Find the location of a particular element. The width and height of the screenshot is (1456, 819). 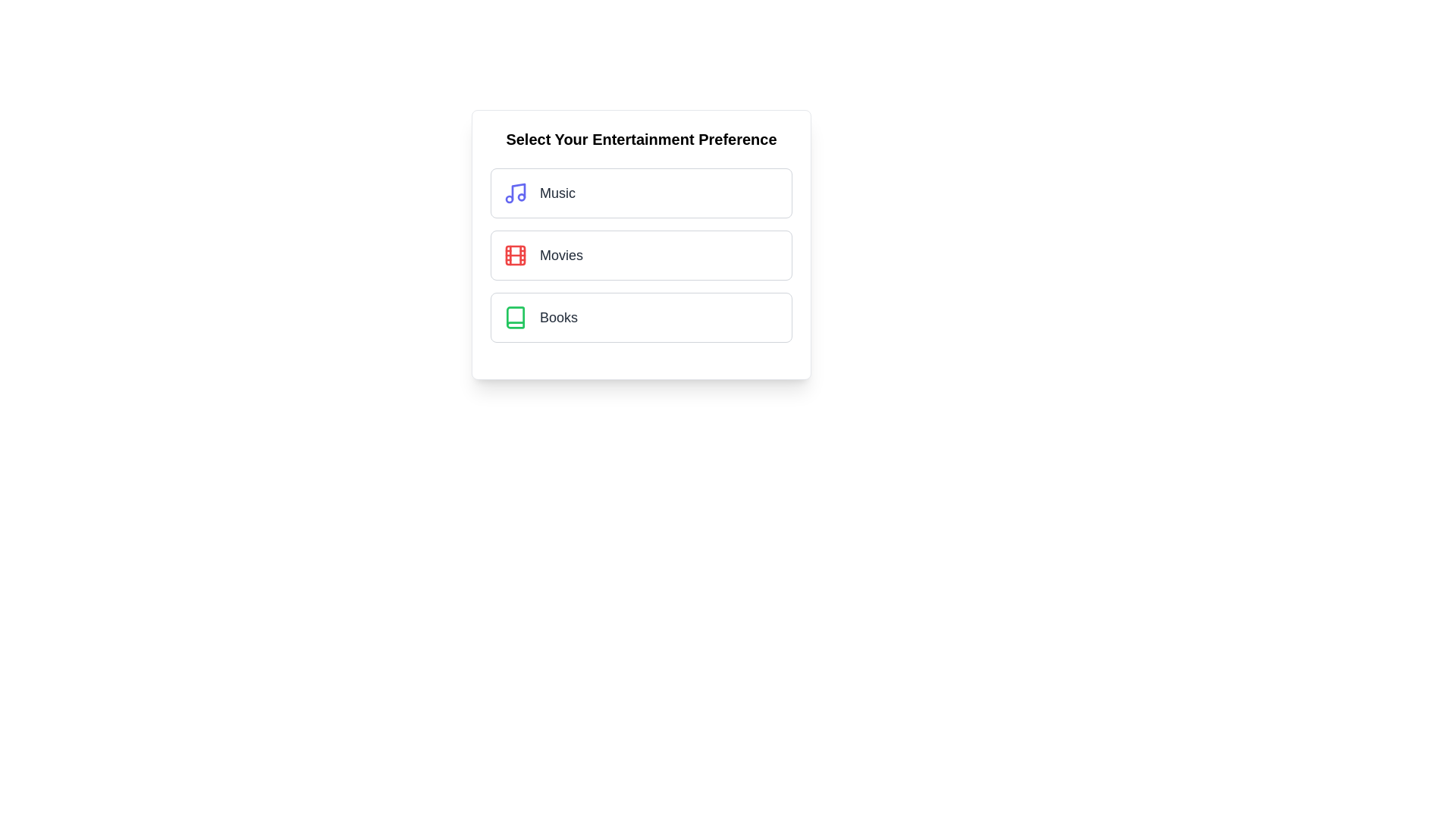

text of the 'Movies' label, which is positioned in the second row of options, next to a red movie-themed icon is located at coordinates (560, 254).